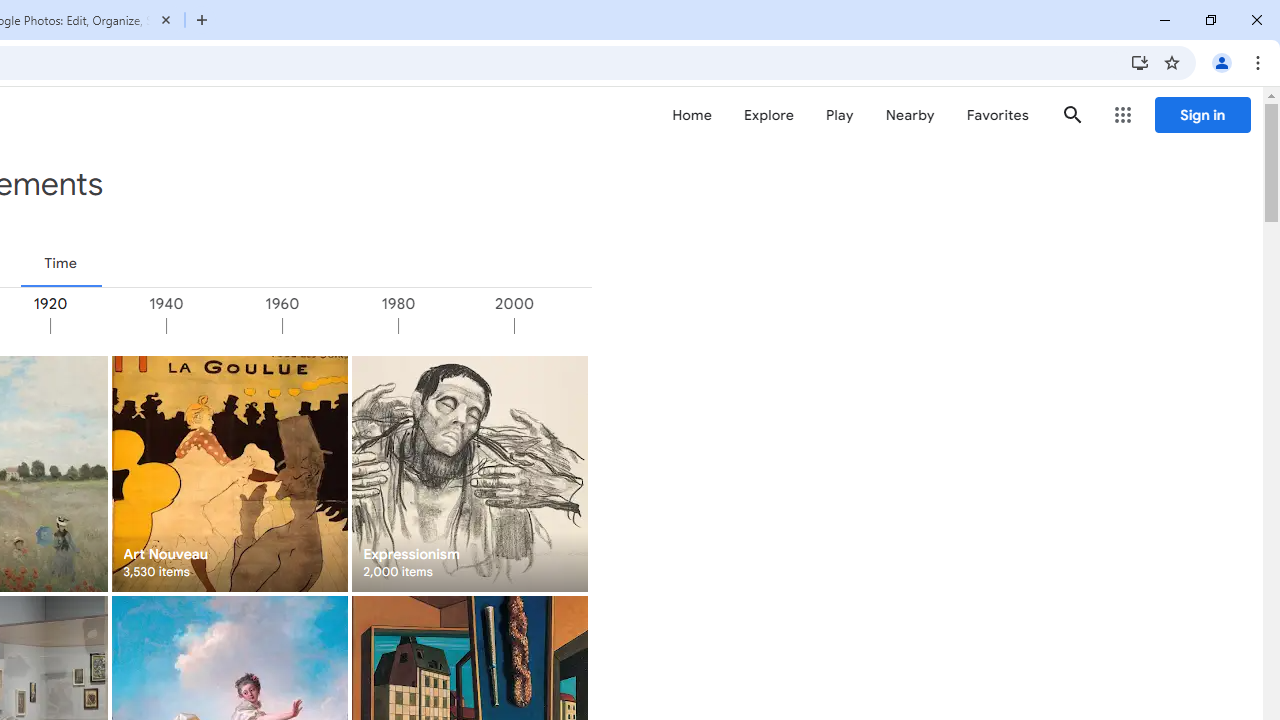  I want to click on '2000', so click(570, 325).